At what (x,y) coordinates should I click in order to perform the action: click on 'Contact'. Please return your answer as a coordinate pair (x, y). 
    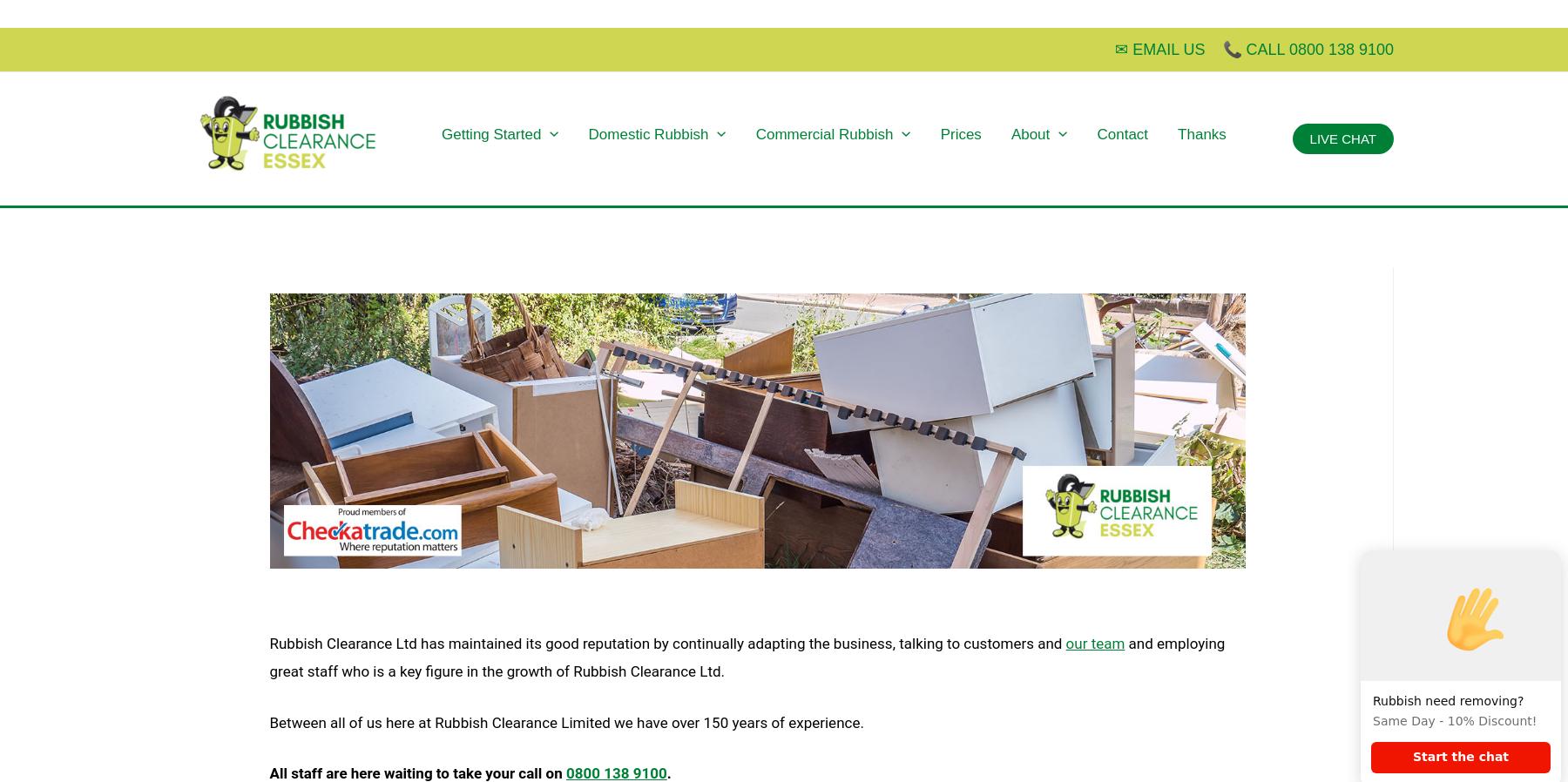
    Looking at the image, I should click on (1122, 132).